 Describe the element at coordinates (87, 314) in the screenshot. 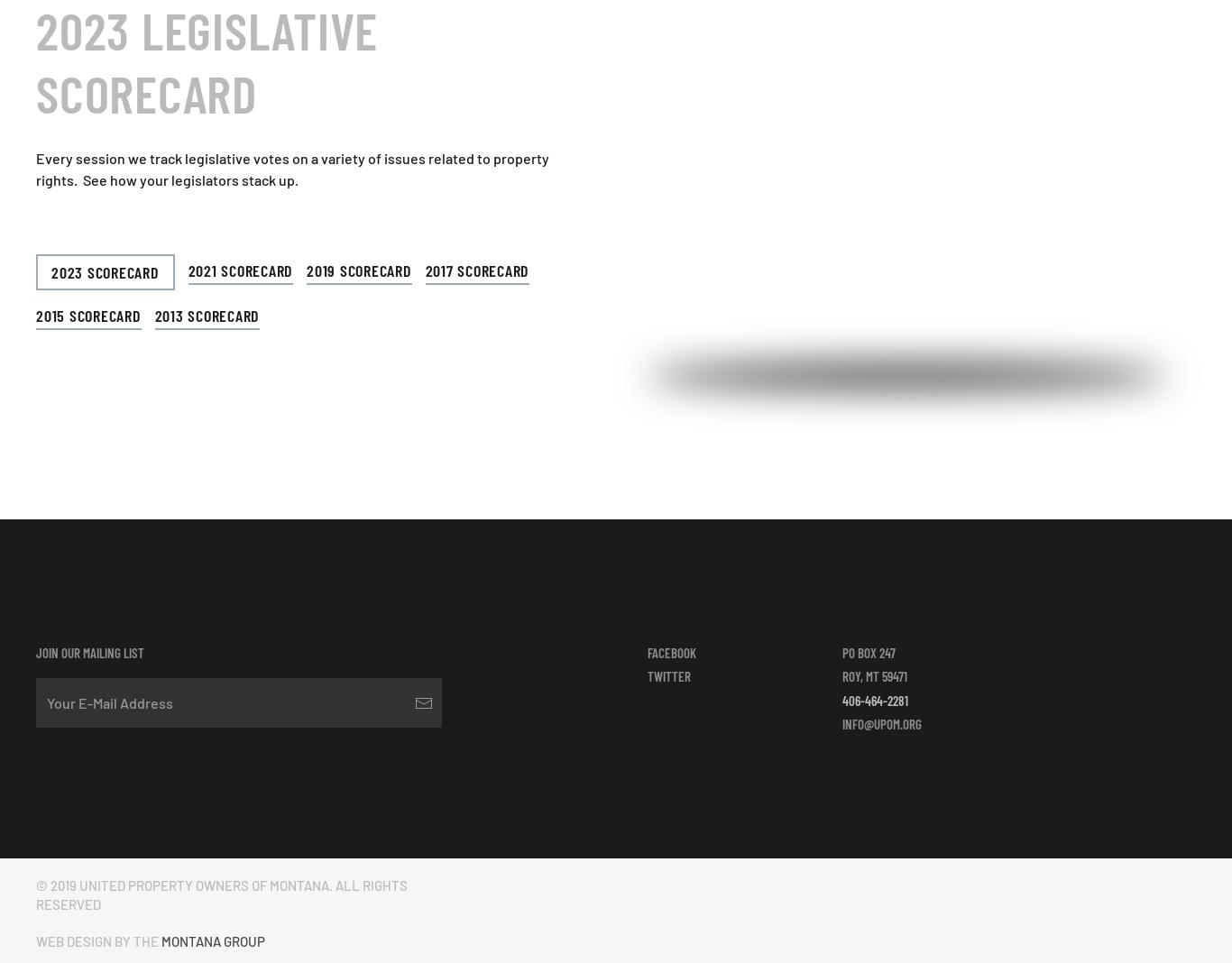

I see `'2015 Scorecard'` at that location.